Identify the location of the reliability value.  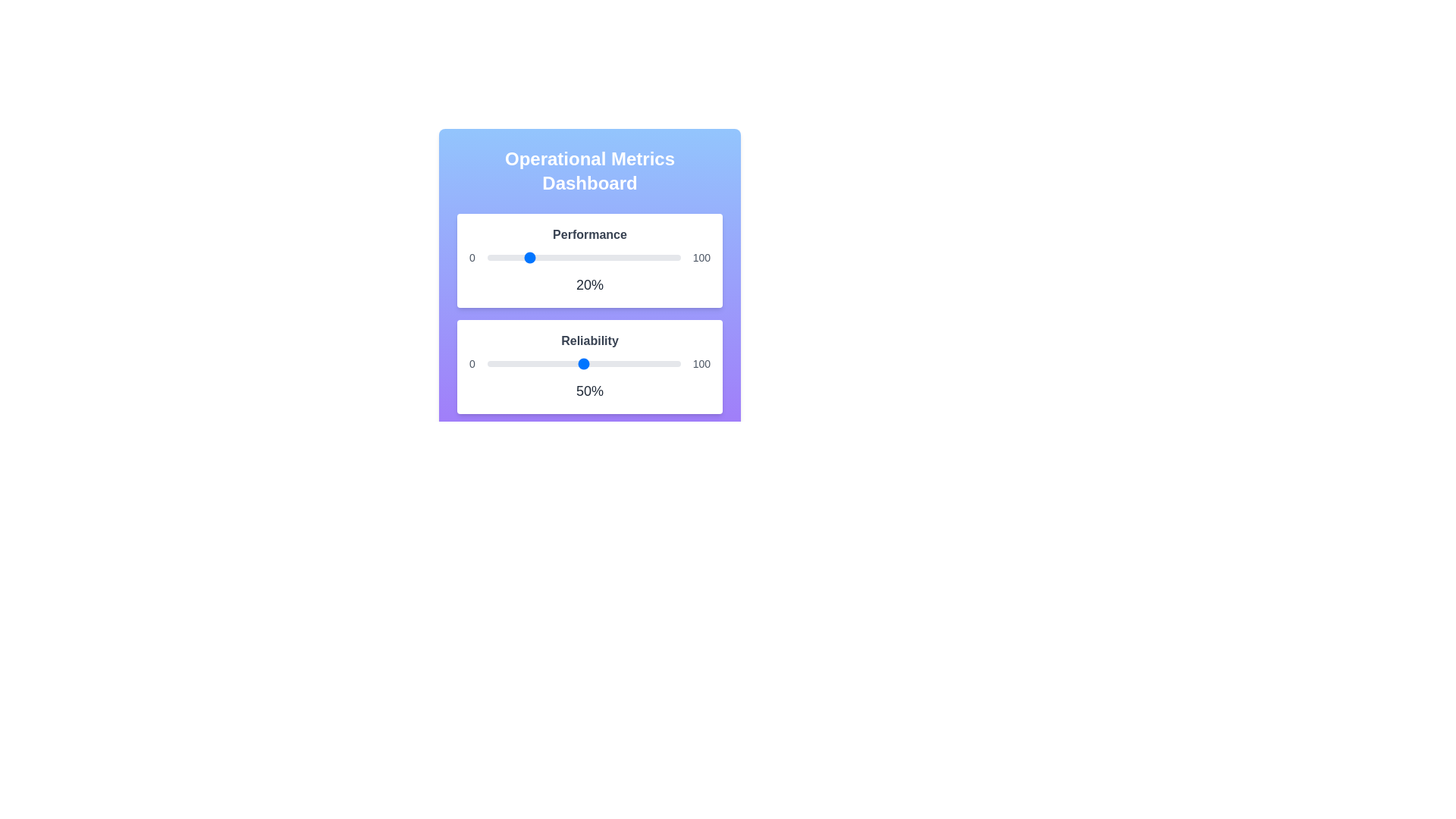
(659, 363).